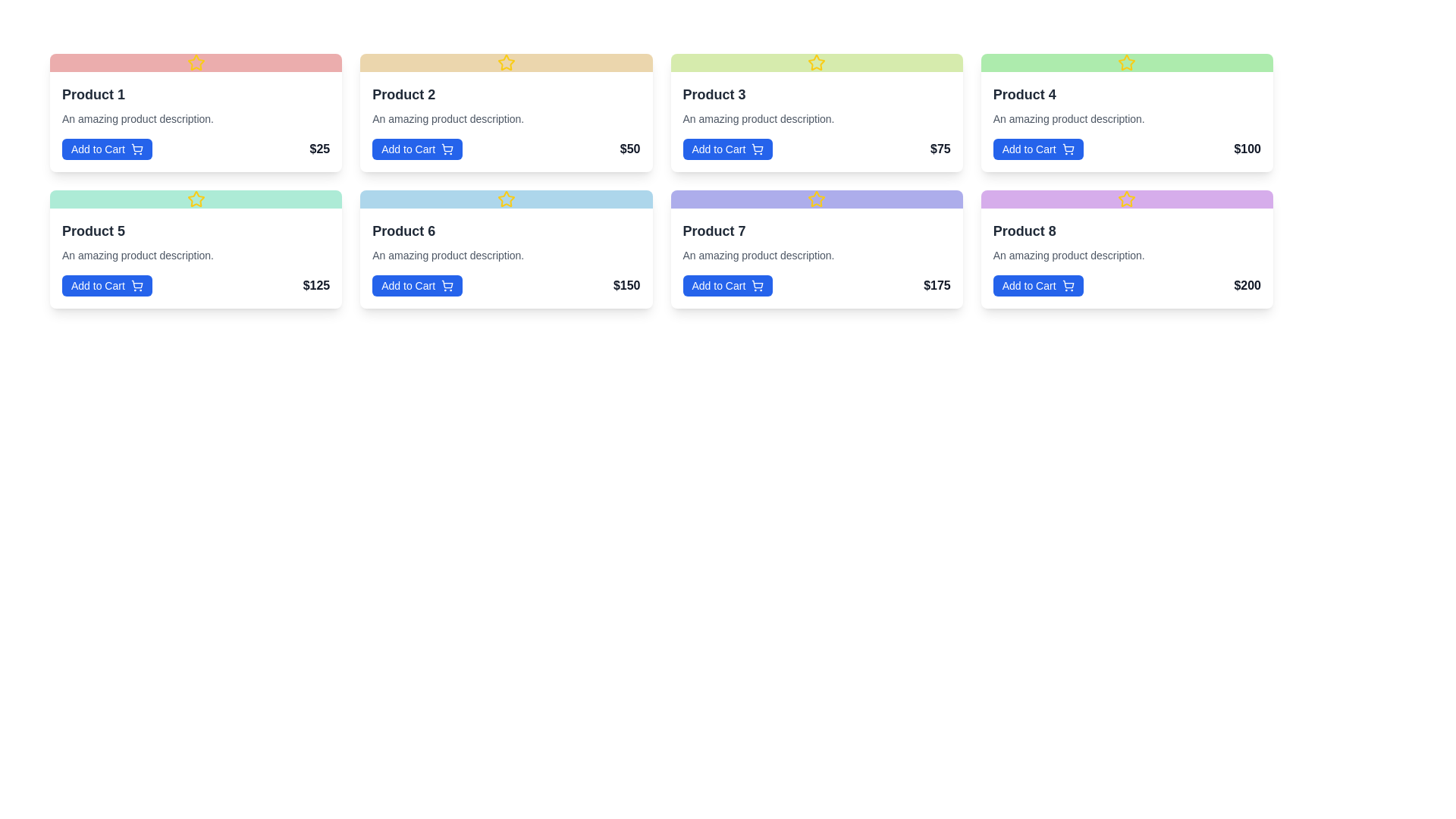 The height and width of the screenshot is (819, 1456). Describe the element at coordinates (315, 286) in the screenshot. I see `the Static Text indicating the price of 'Product 5', located at the bottom-right corner of the product card, right of the 'Add to Cart' button` at that location.